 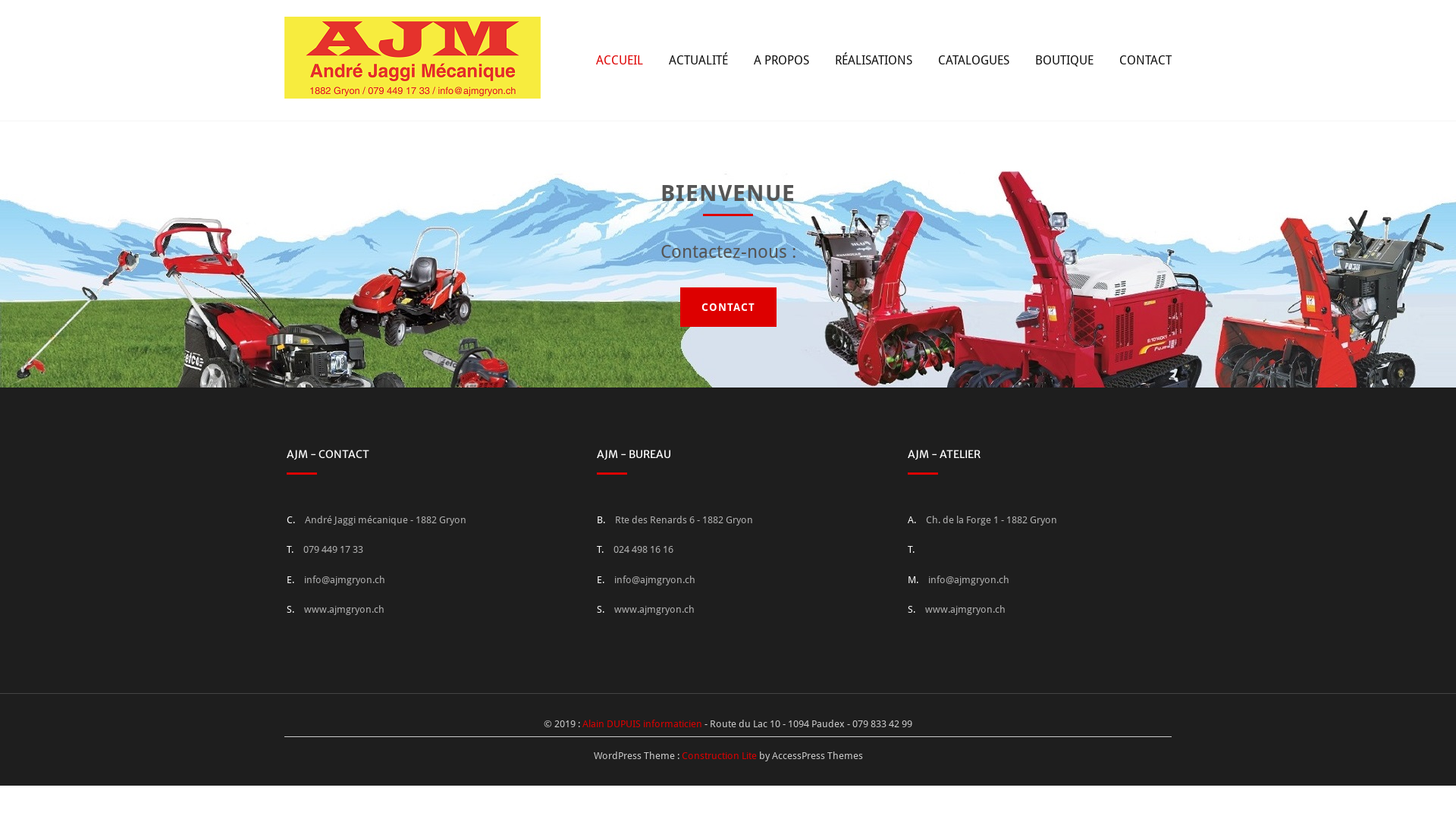 What do you see at coordinates (1063, 58) in the screenshot?
I see `'BOUTIQUE'` at bounding box center [1063, 58].